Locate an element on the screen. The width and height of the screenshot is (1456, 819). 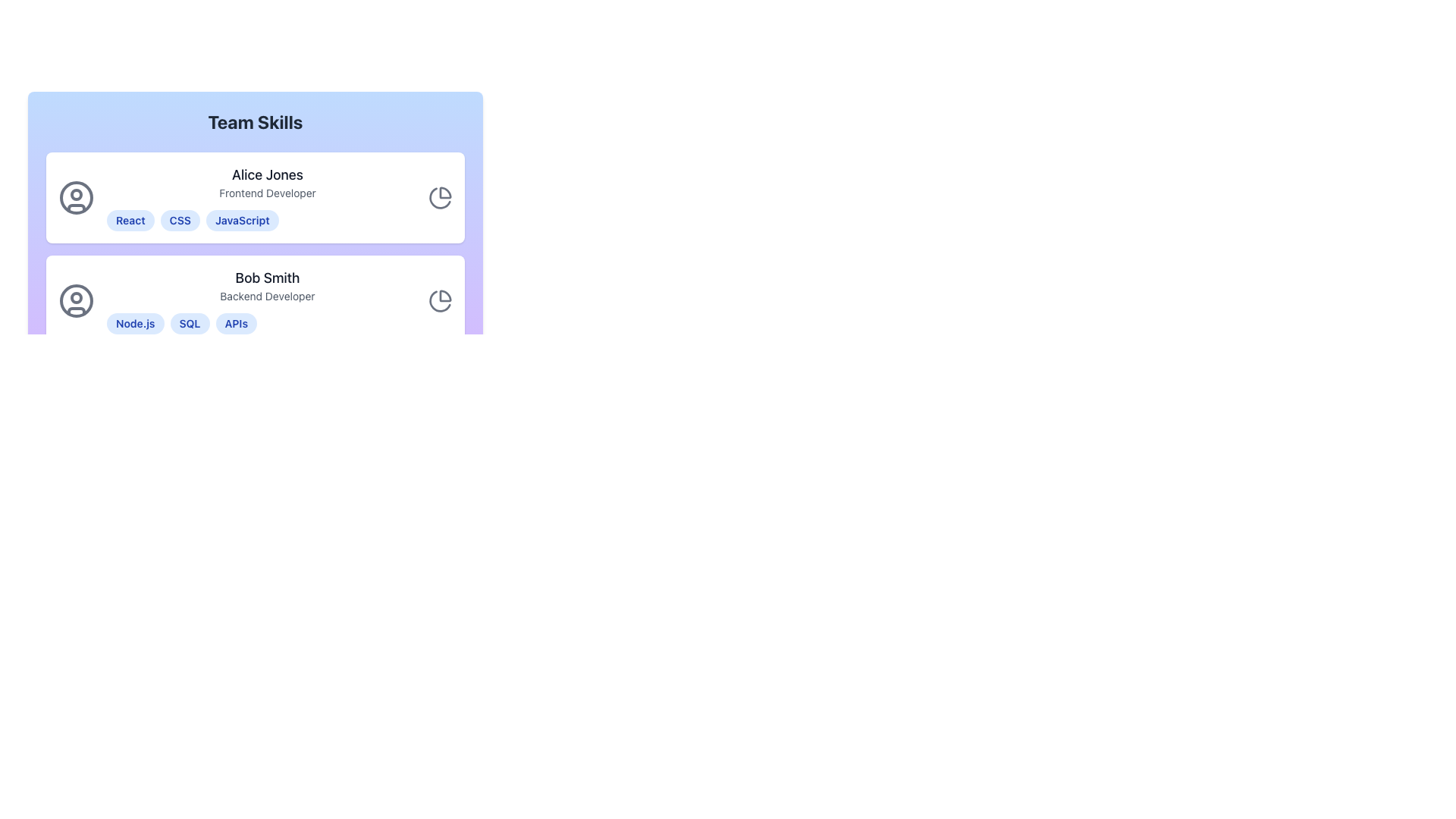
the oval-shaped badge with a light blue background containing the text 'CSS' in bold dark blue font, which is the second badge in a horizontal list next to the 'Alice Jones' profile section is located at coordinates (180, 220).